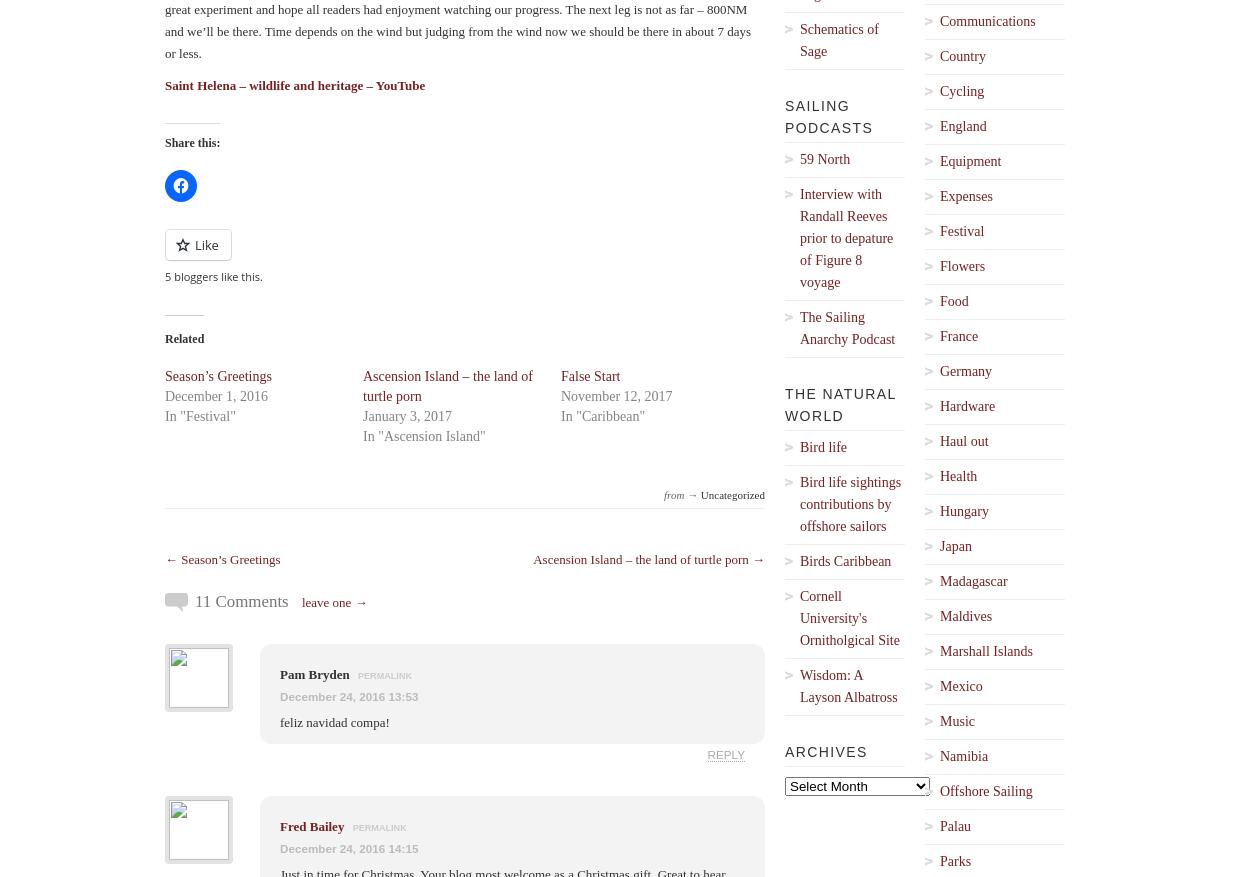 This screenshot has width=1250, height=877. What do you see at coordinates (844, 561) in the screenshot?
I see `'Birds Caribbean'` at bounding box center [844, 561].